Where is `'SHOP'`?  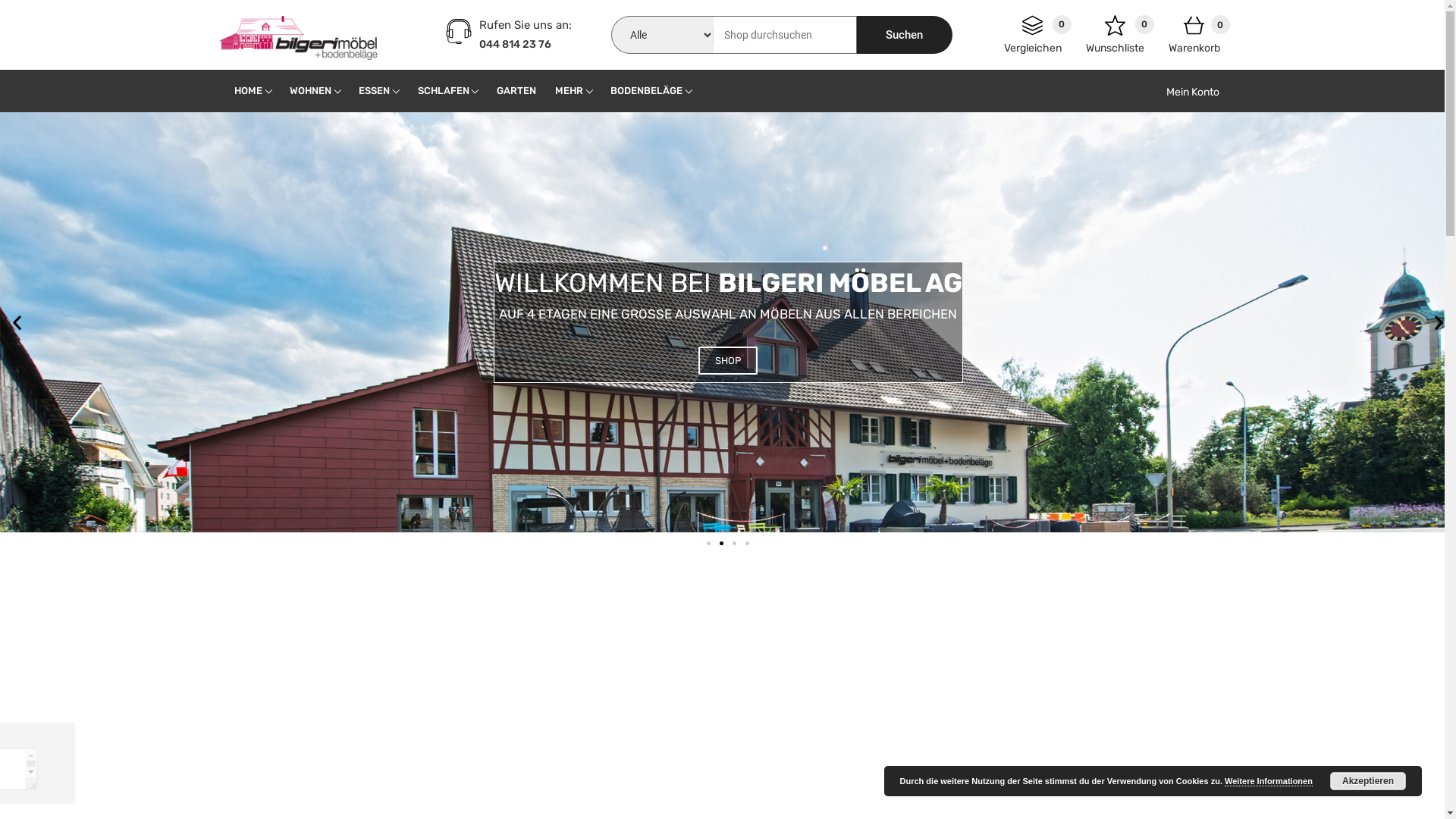 'SHOP' is located at coordinates (698, 360).